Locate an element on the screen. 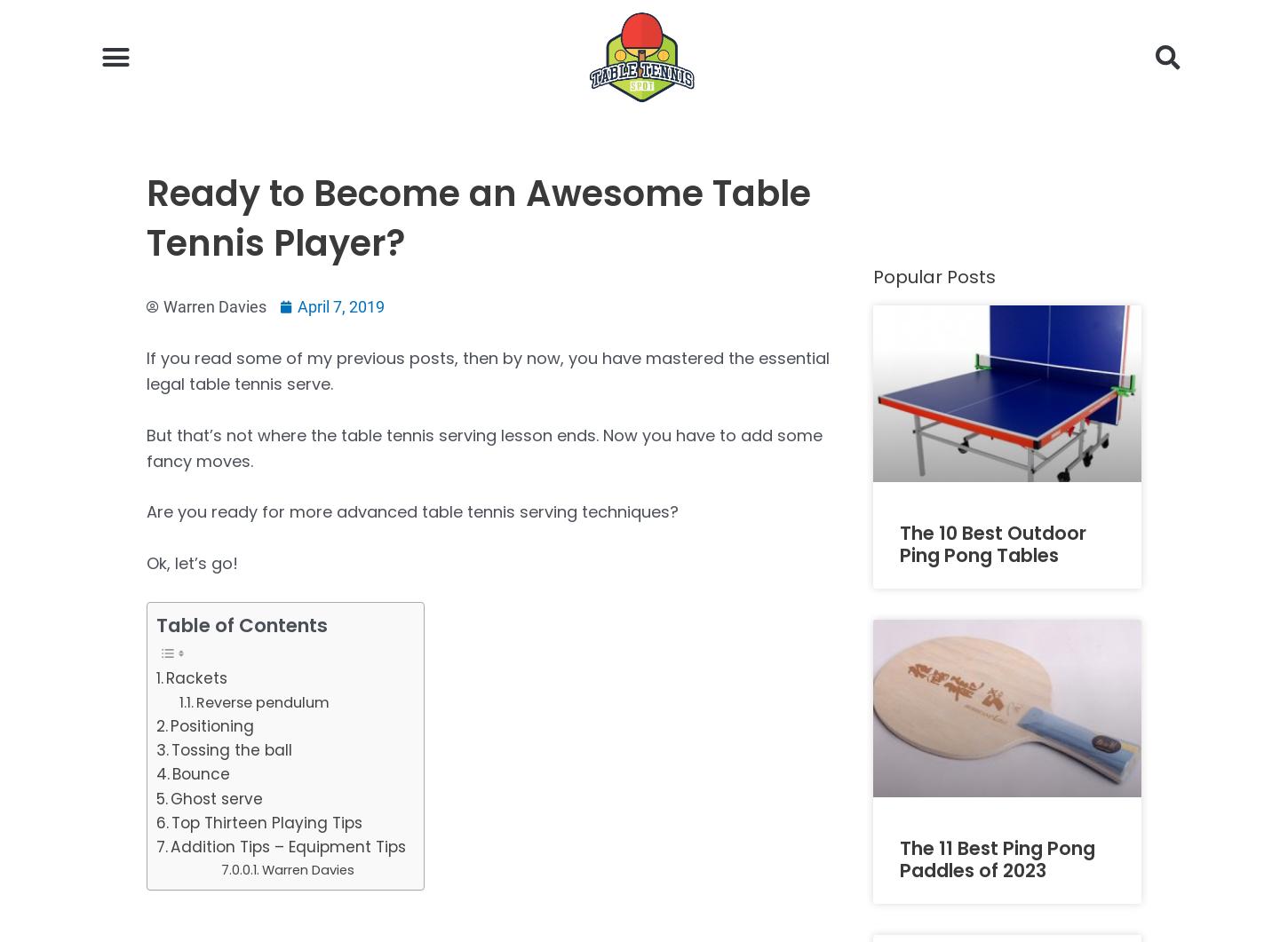 Image resolution: width=1288 pixels, height=942 pixels. 'Positioning' is located at coordinates (211, 724).